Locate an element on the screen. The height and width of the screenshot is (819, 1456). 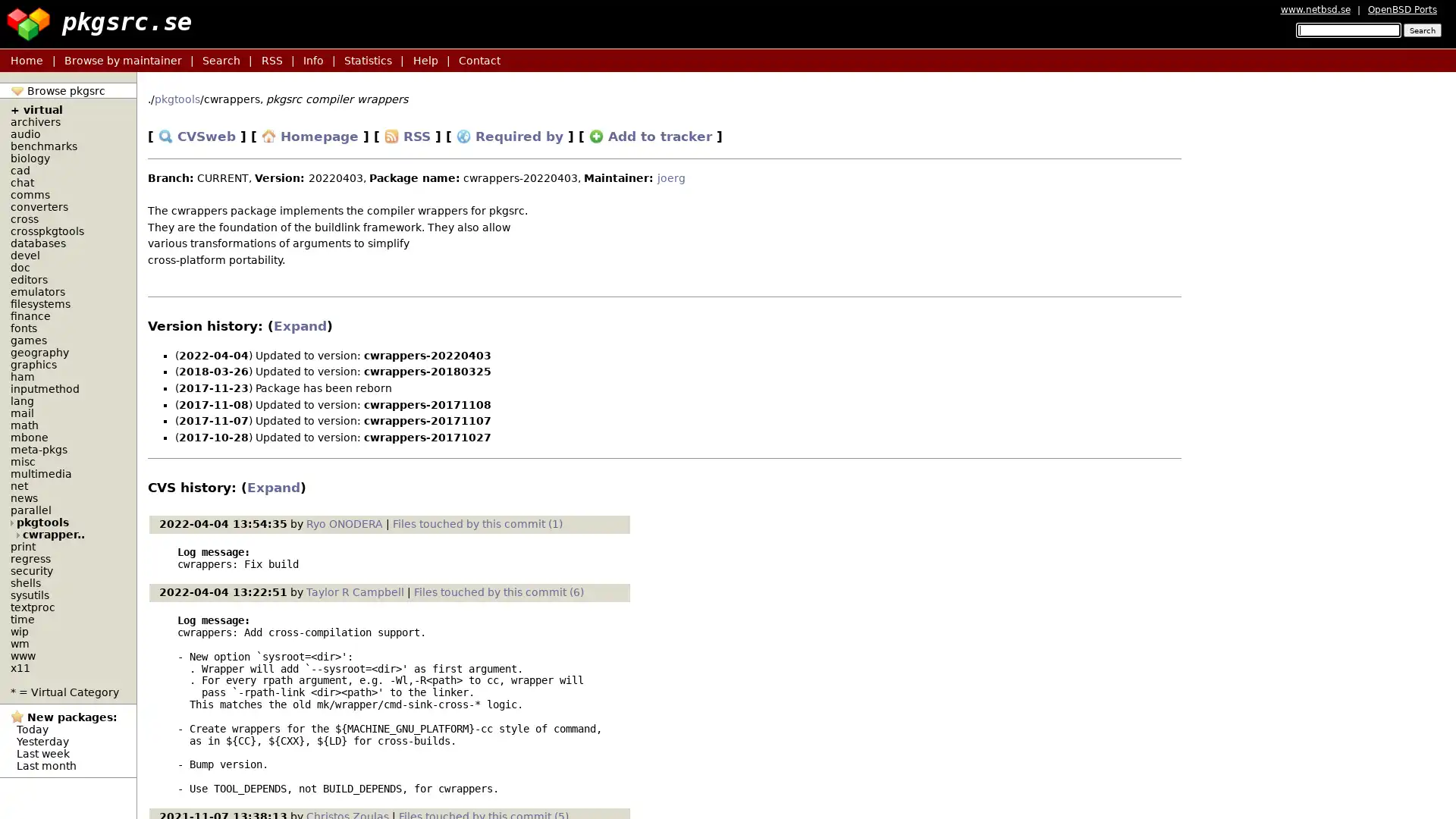
Search is located at coordinates (1421, 30).